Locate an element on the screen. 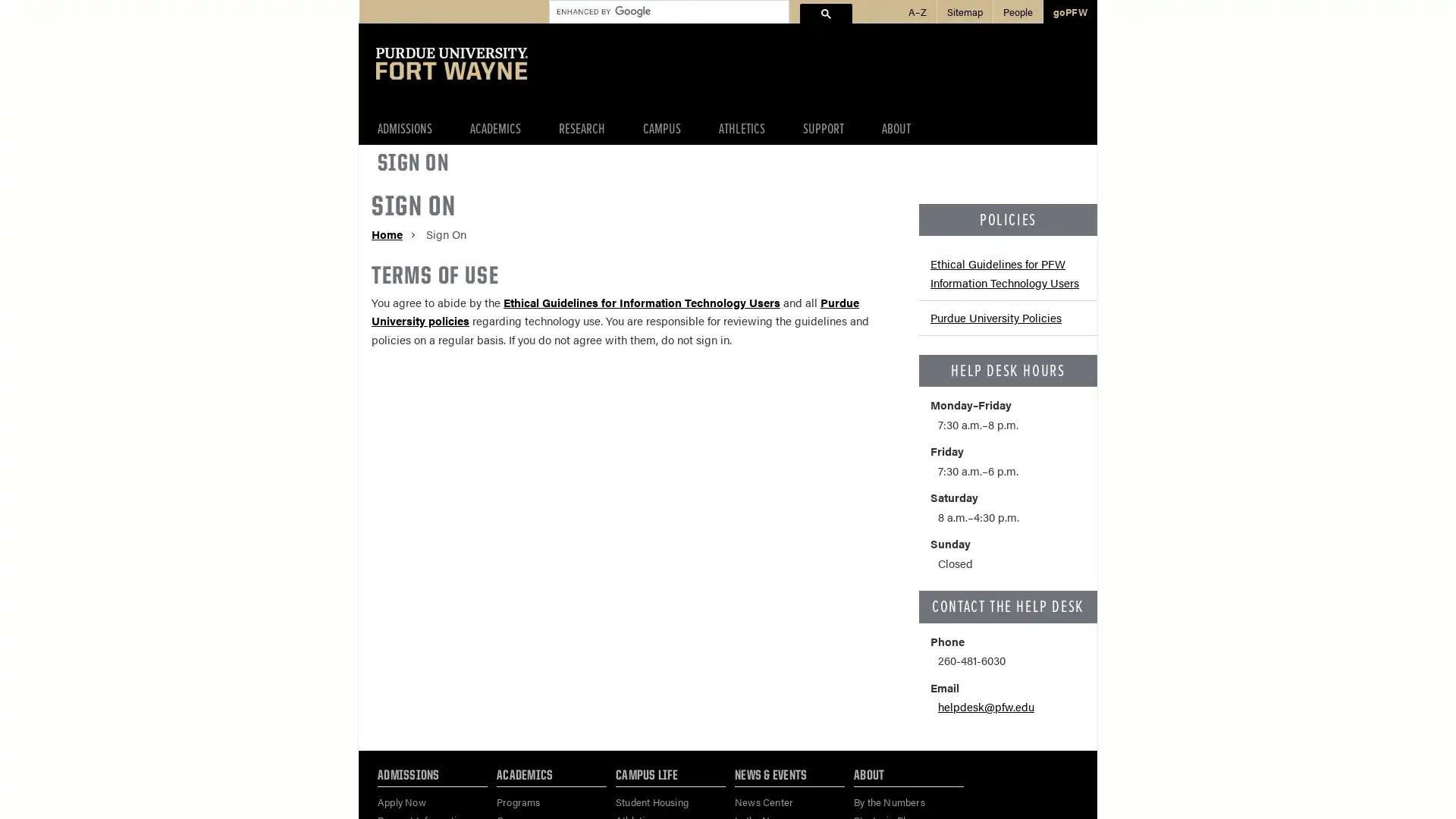  search is located at coordinates (824, 13).